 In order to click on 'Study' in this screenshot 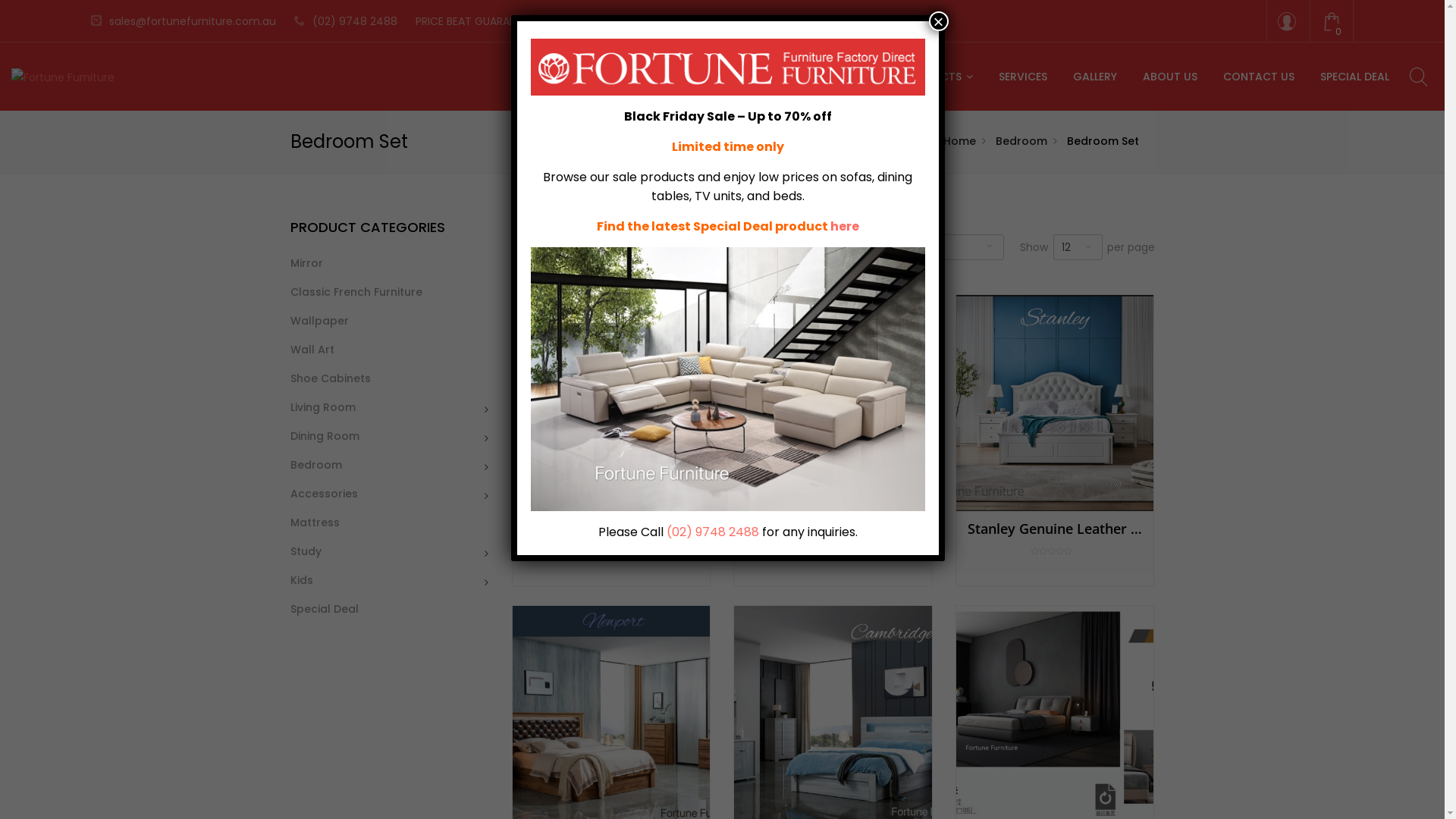, I will do `click(304, 550)`.